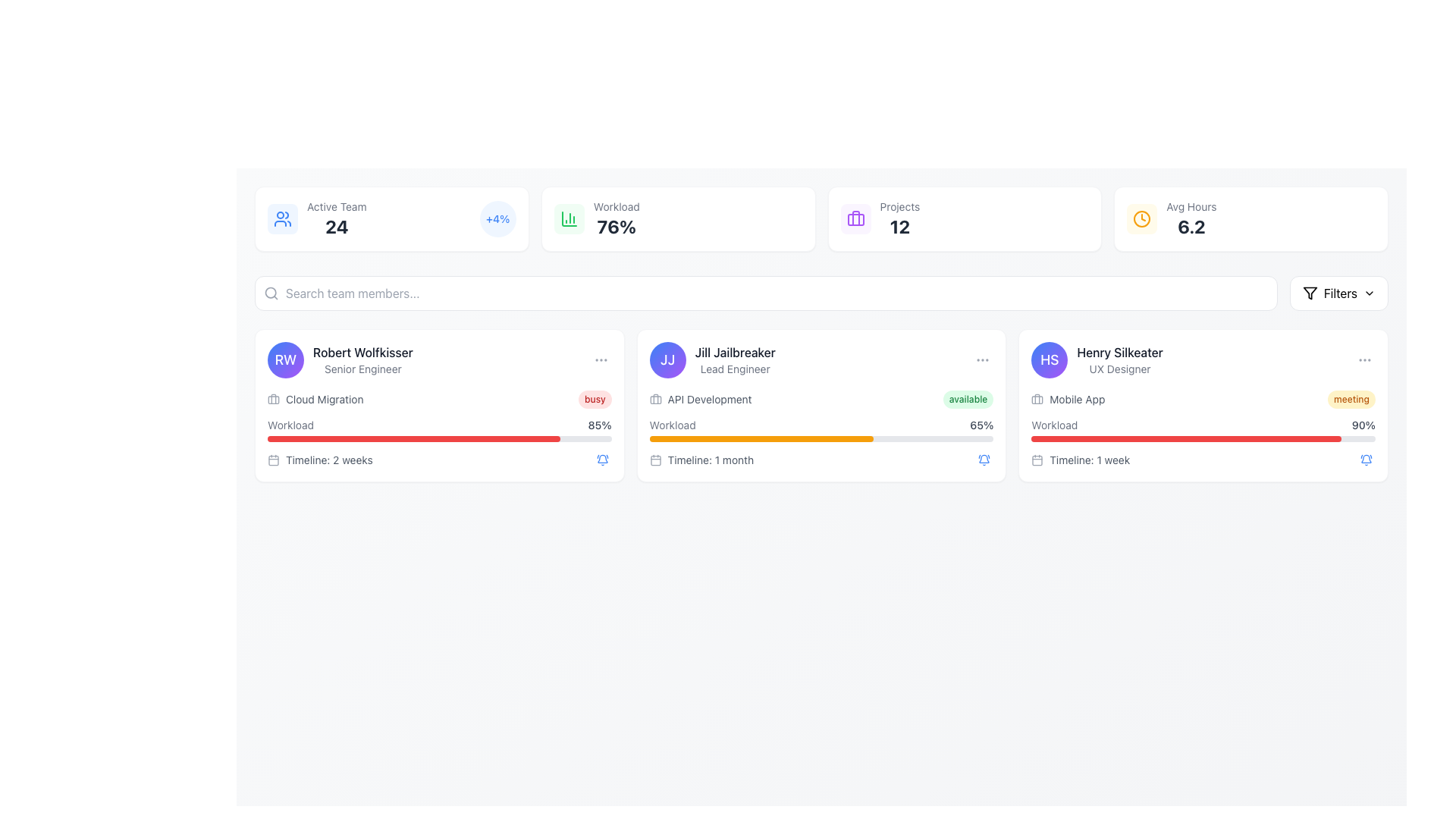 The height and width of the screenshot is (819, 1456). I want to click on the calendar icon located to the left of the text 'Timeline: 1 week', which is styled in gray and has a minimalistic design, so click(1037, 459).